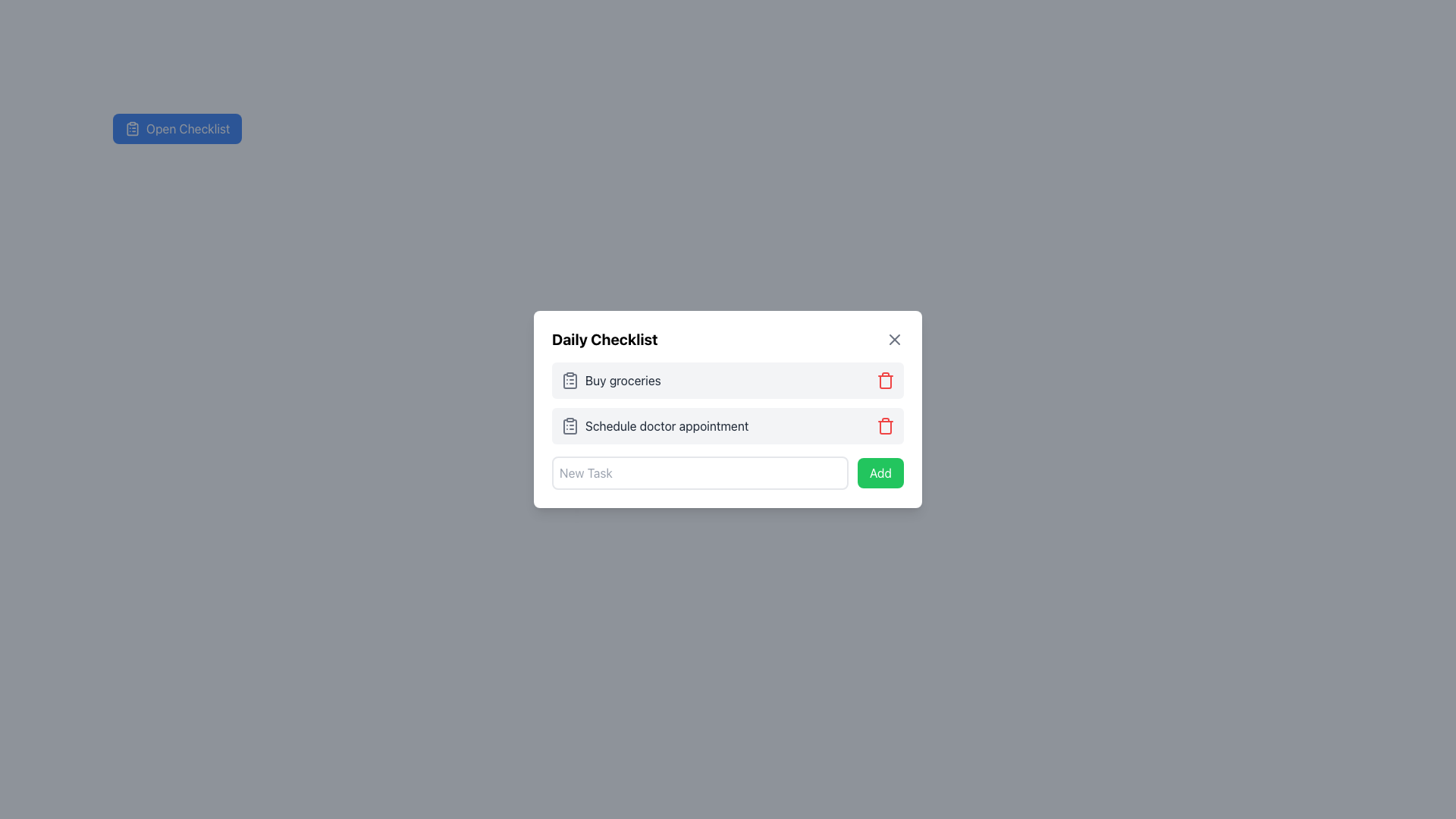 The height and width of the screenshot is (819, 1456). Describe the element at coordinates (895, 338) in the screenshot. I see `the close button located at the top-right corner of the 'Daily Checklist' panel` at that location.